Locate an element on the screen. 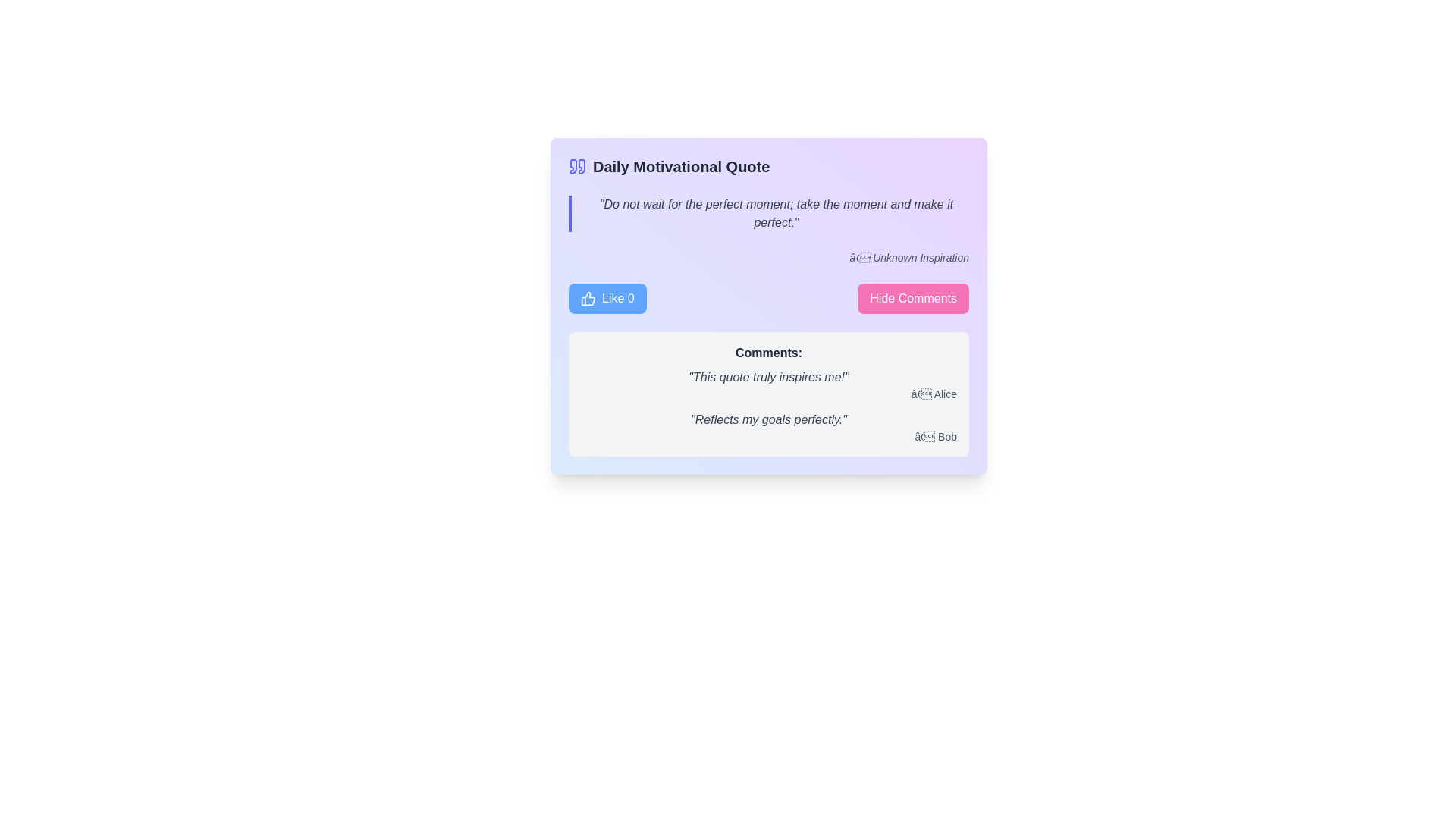 The image size is (1456, 819). the 'thumbs up' icon representing the 'Like 0' button, which is part of an interactive component in the card layout is located at coordinates (587, 298).